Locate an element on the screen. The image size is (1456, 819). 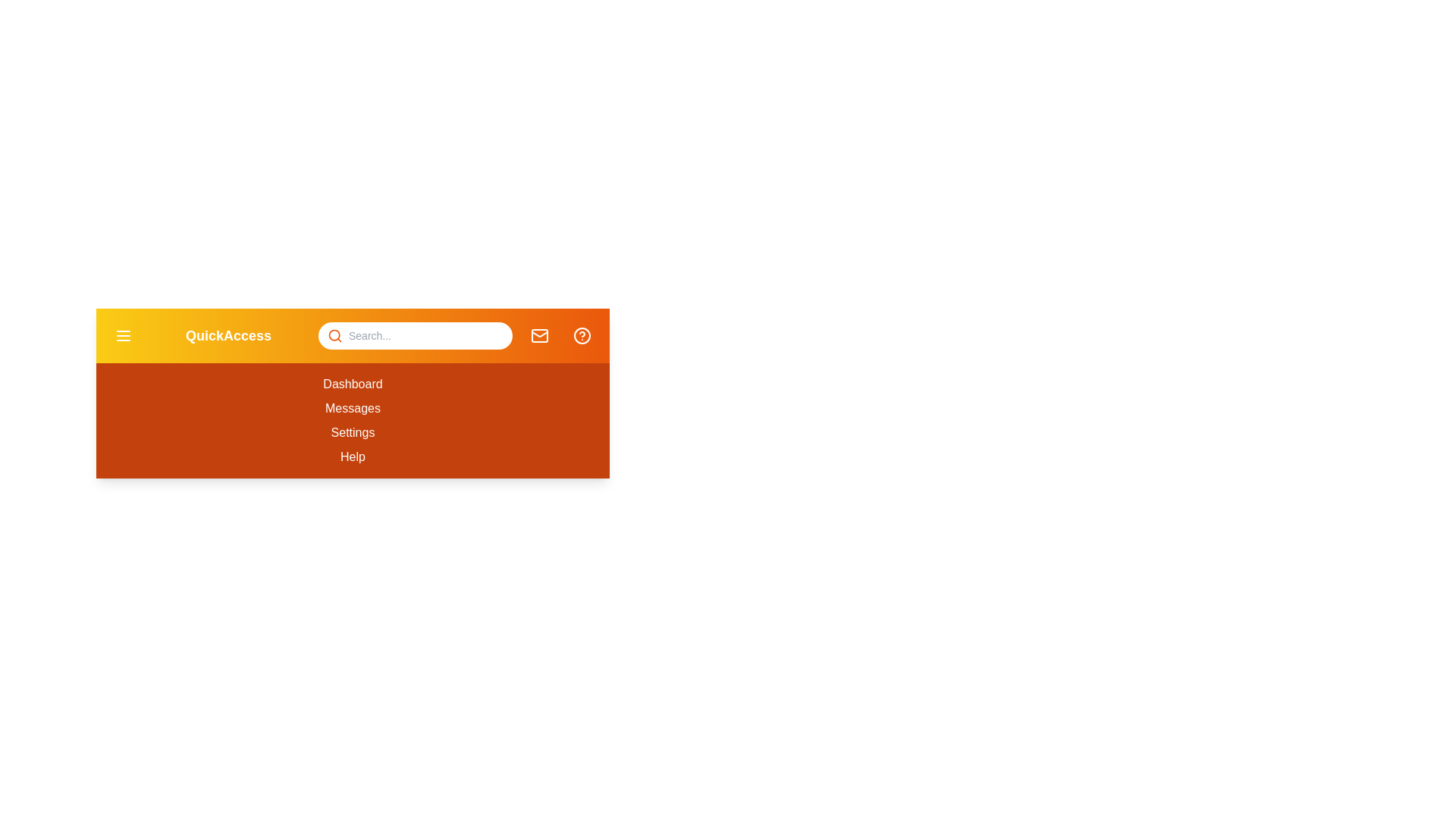
the search icon located to the left of the input area, near the placeholder text 'Search...', in the header section is located at coordinates (334, 335).